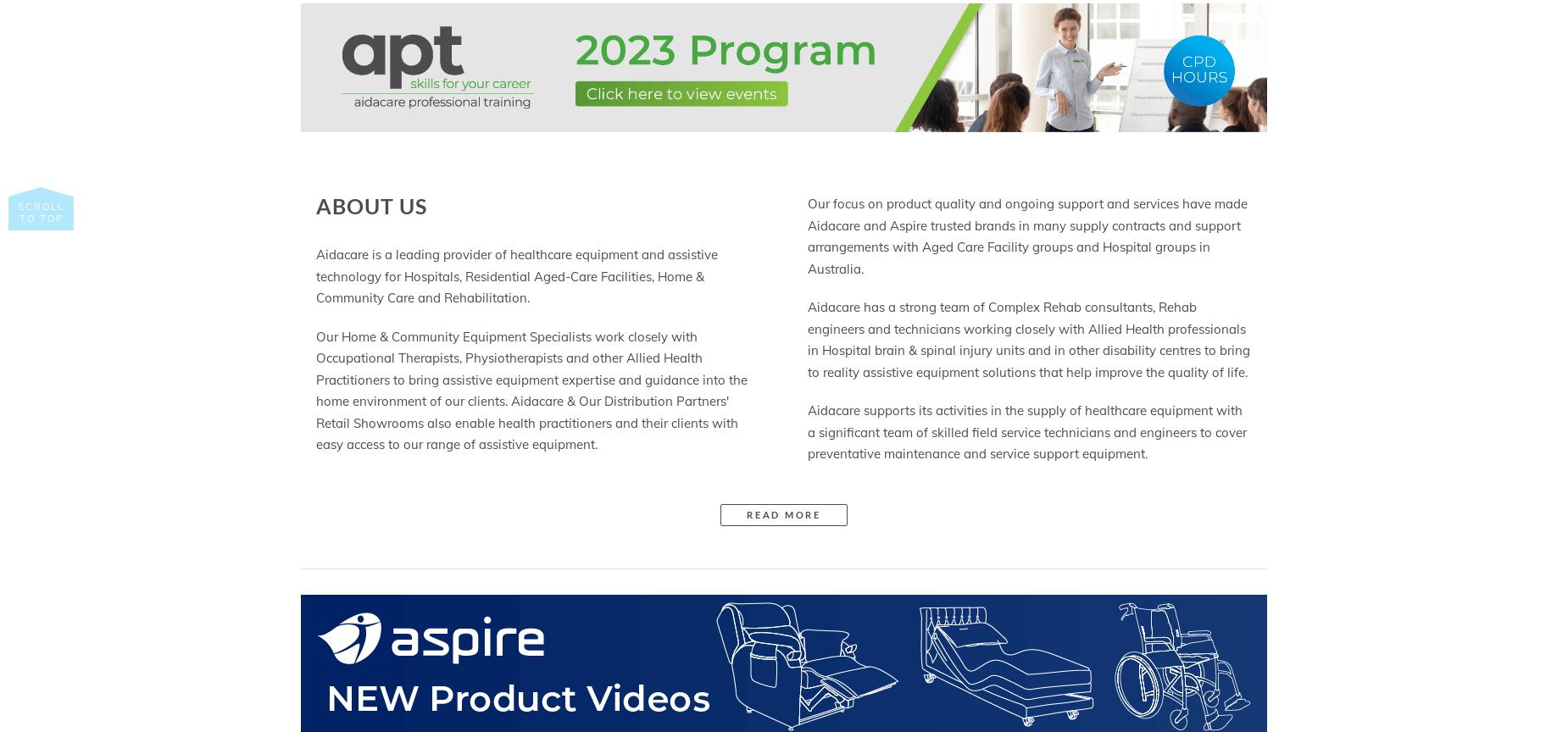  What do you see at coordinates (516, 274) in the screenshot?
I see `'Aidacare is a leading provider of healthcare equipment and assistive technology for Hospitals, Residential Aged-Care Facilities, Home & Community Care and Rehabilitation.'` at bounding box center [516, 274].